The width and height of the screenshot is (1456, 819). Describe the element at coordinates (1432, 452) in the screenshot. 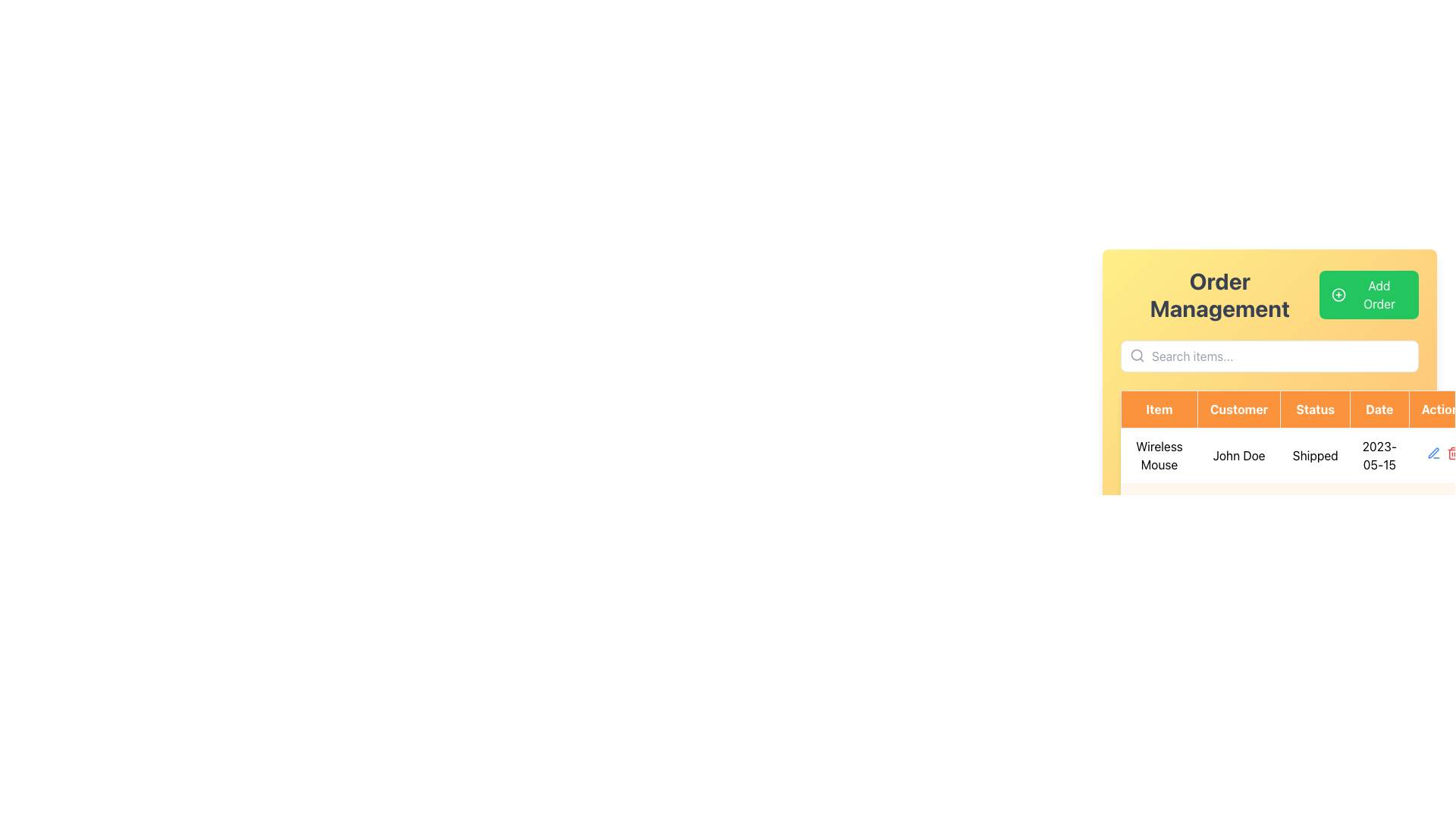

I see `the small pen icon located in the 'Actions' column of the data table next to the 'Wireless Mouse' entry` at that location.